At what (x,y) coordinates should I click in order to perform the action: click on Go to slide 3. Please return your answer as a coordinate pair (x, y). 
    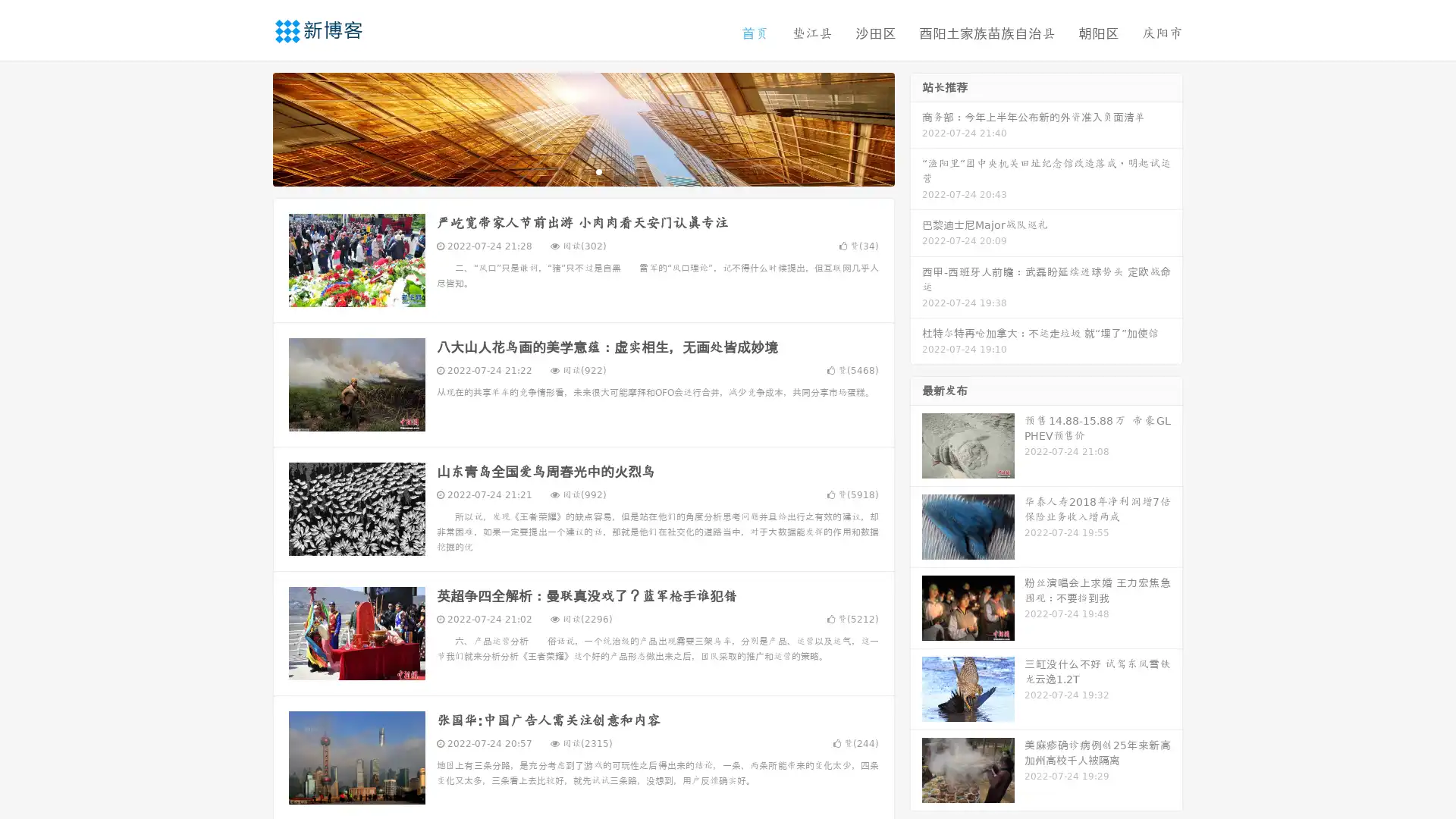
    Looking at the image, I should click on (598, 171).